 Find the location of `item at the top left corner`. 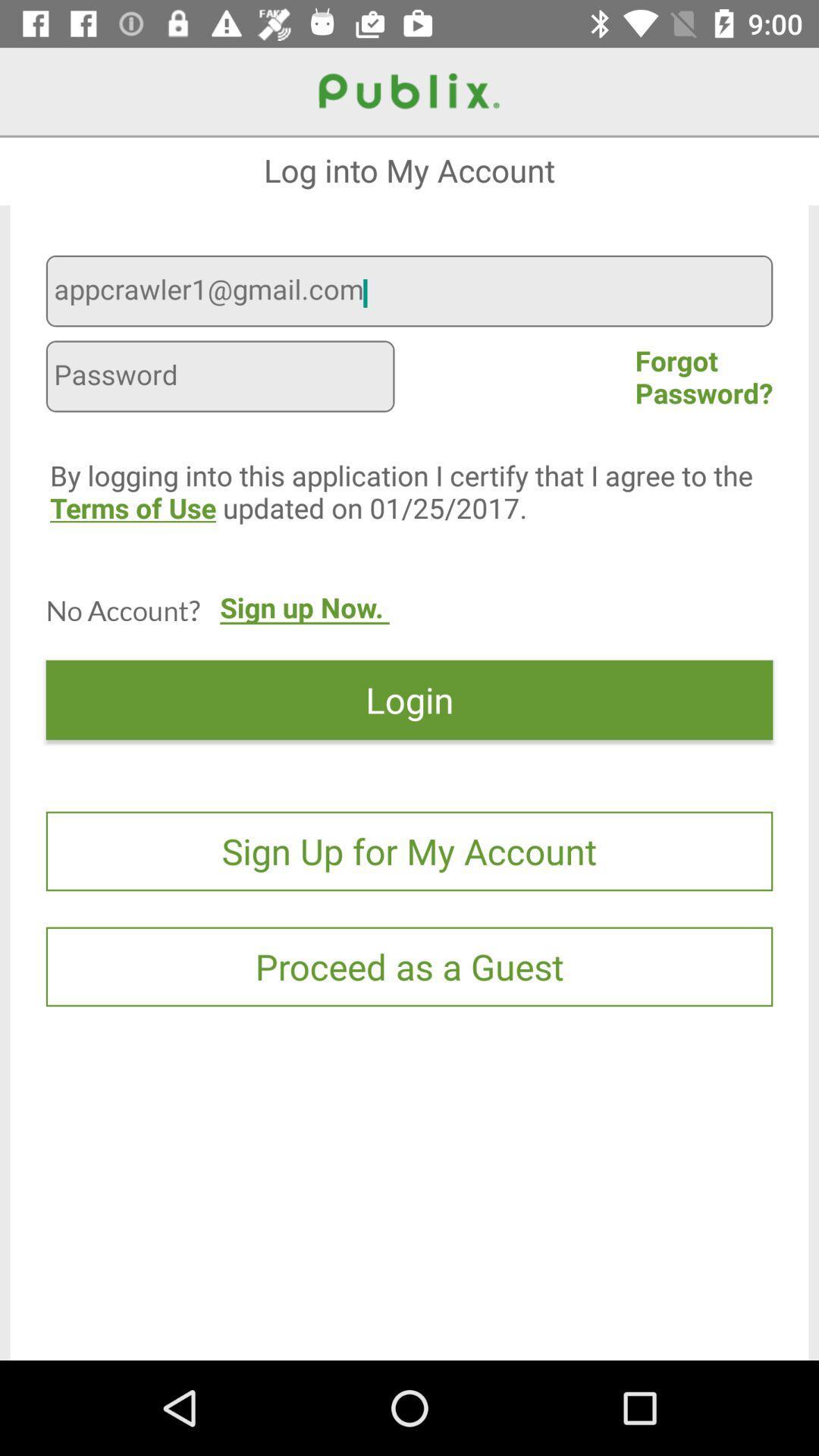

item at the top left corner is located at coordinates (220, 378).